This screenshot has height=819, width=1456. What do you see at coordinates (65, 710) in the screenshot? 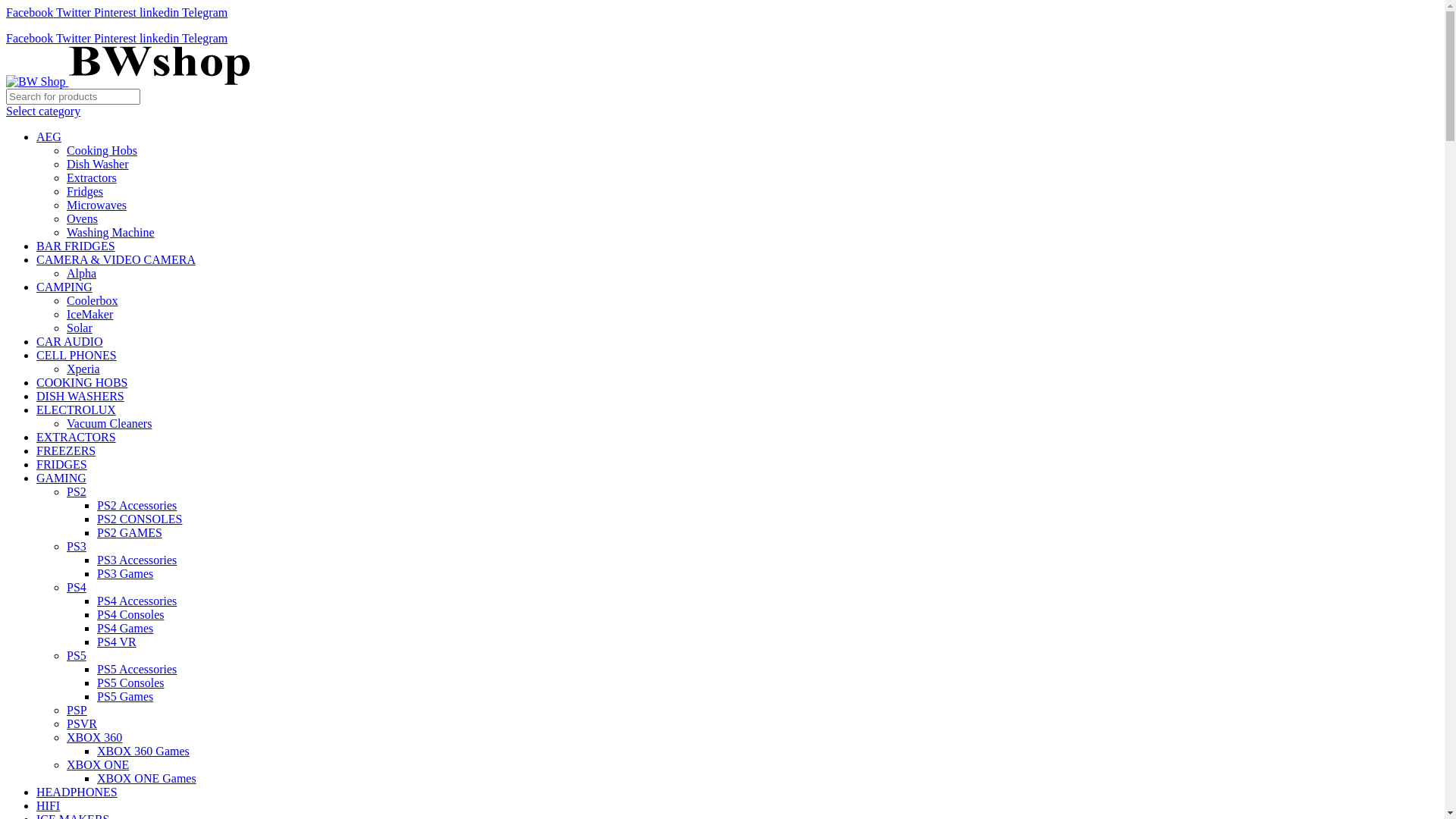
I see `'PSP'` at bounding box center [65, 710].